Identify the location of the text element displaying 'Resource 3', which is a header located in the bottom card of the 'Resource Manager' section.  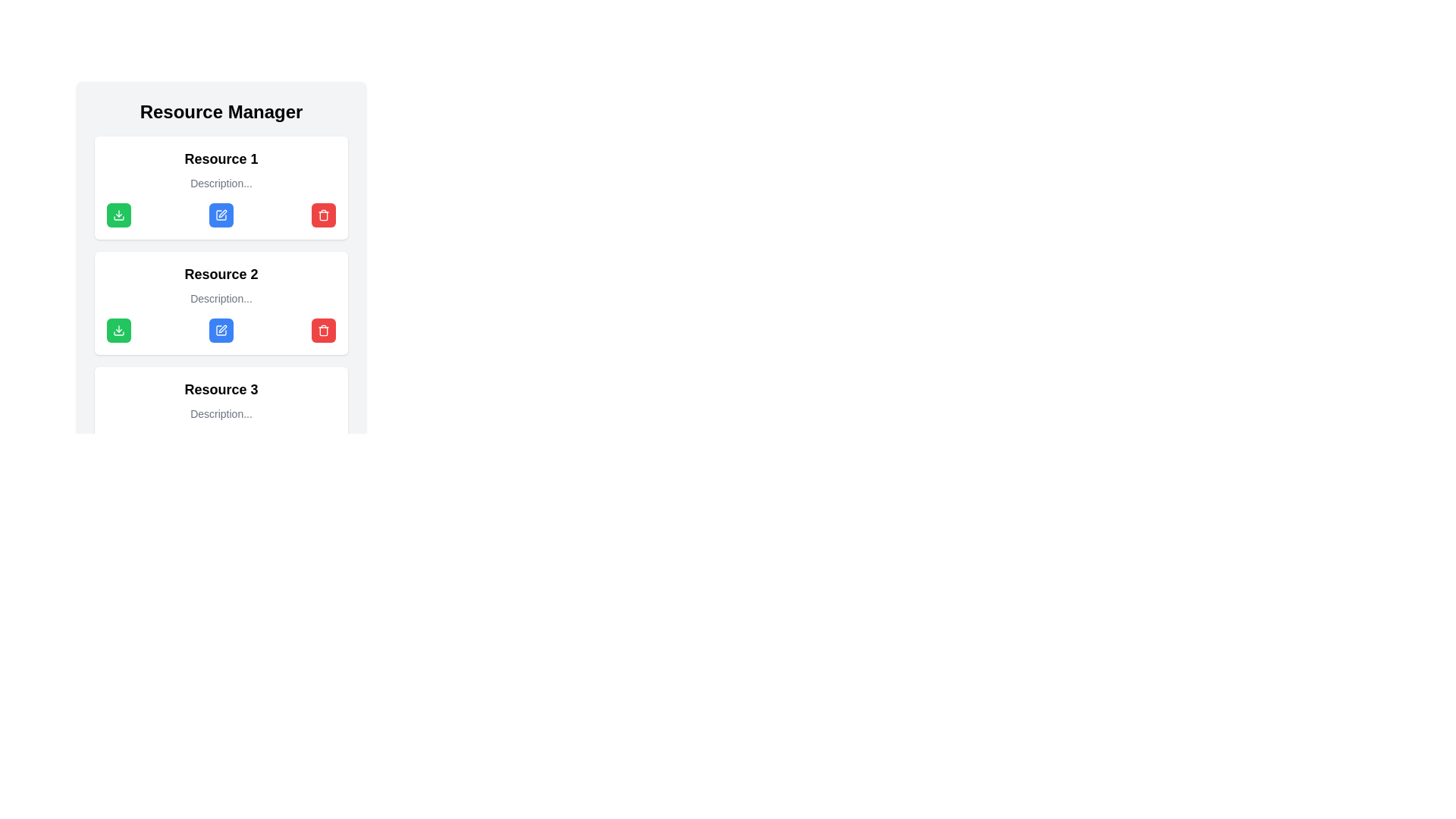
(221, 388).